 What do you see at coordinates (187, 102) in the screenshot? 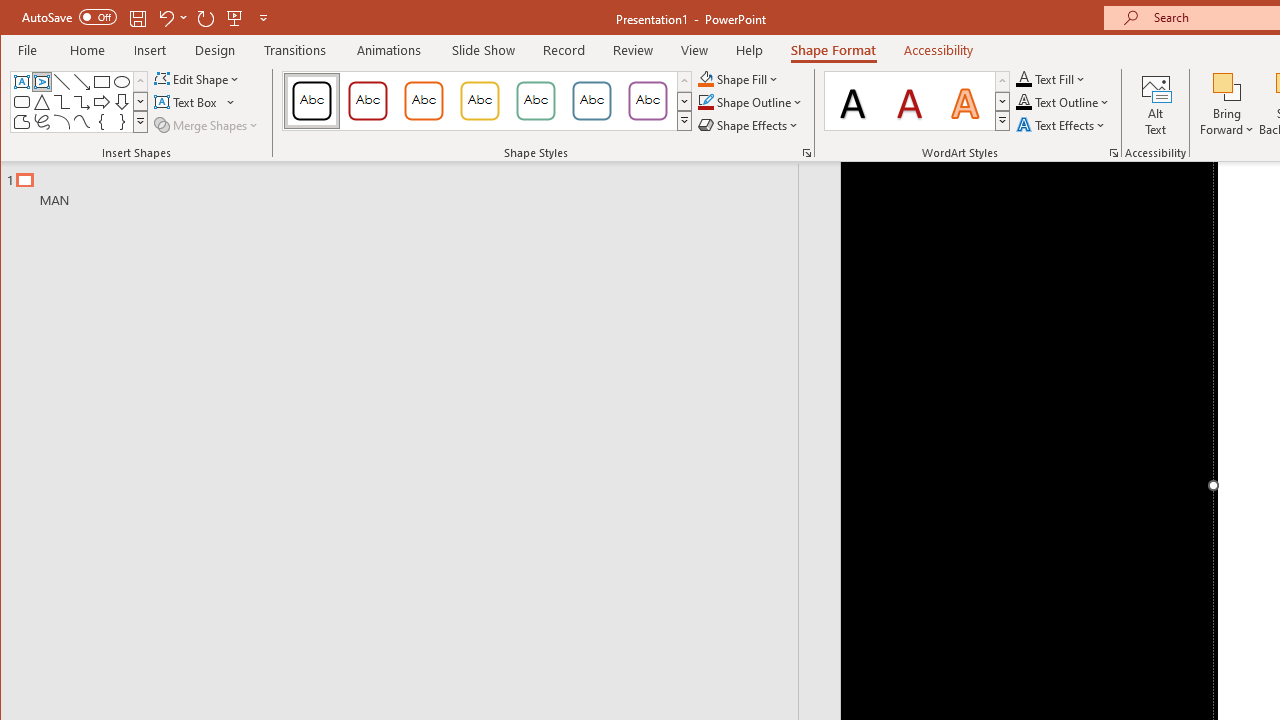
I see `'Draw Horizontal Text Box'` at bounding box center [187, 102].